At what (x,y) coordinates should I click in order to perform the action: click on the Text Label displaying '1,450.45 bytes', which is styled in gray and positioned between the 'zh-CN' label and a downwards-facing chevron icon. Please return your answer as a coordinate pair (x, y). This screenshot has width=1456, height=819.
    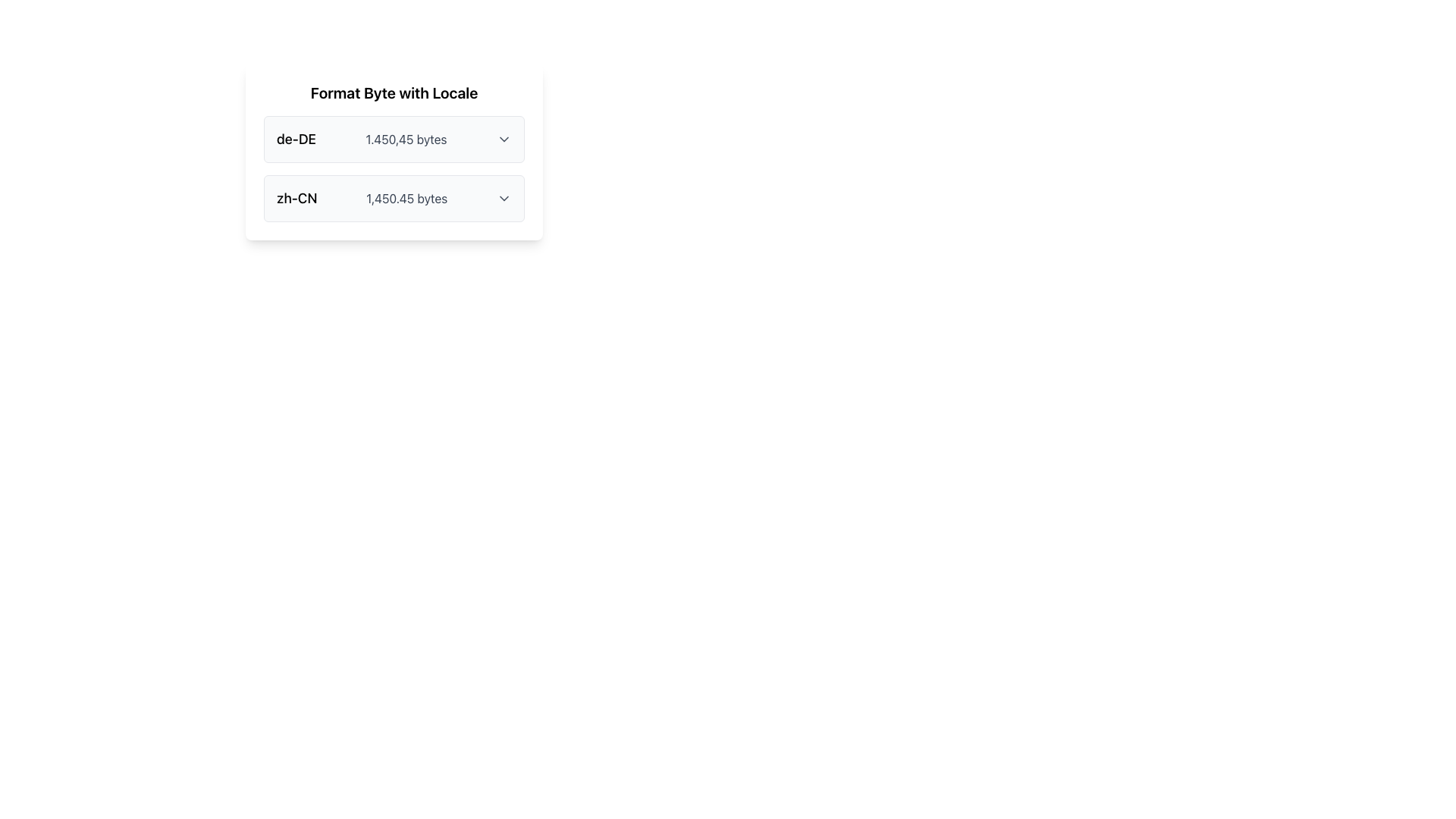
    Looking at the image, I should click on (406, 198).